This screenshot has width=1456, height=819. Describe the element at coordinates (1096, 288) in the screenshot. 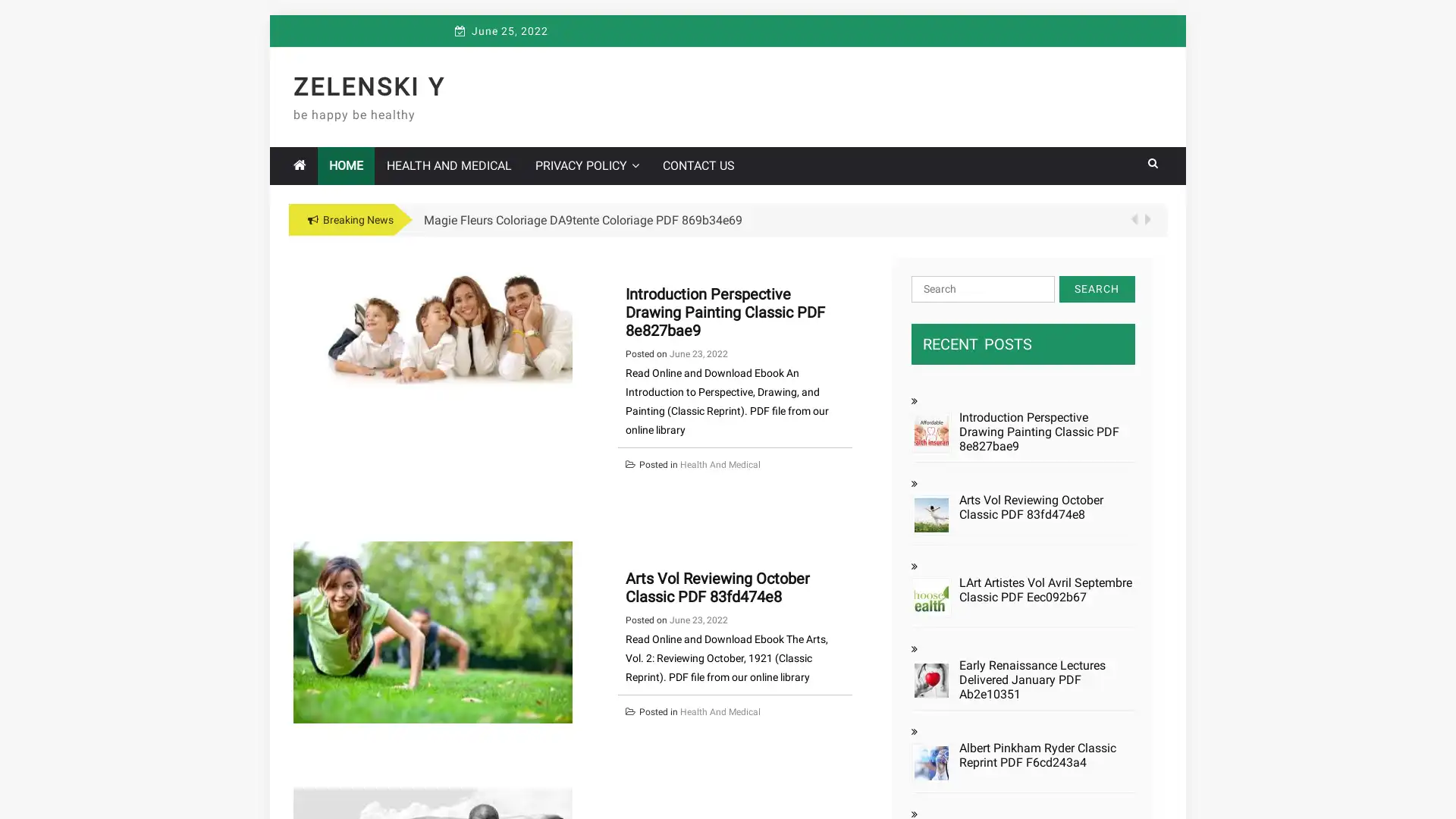

I see `Search` at that location.